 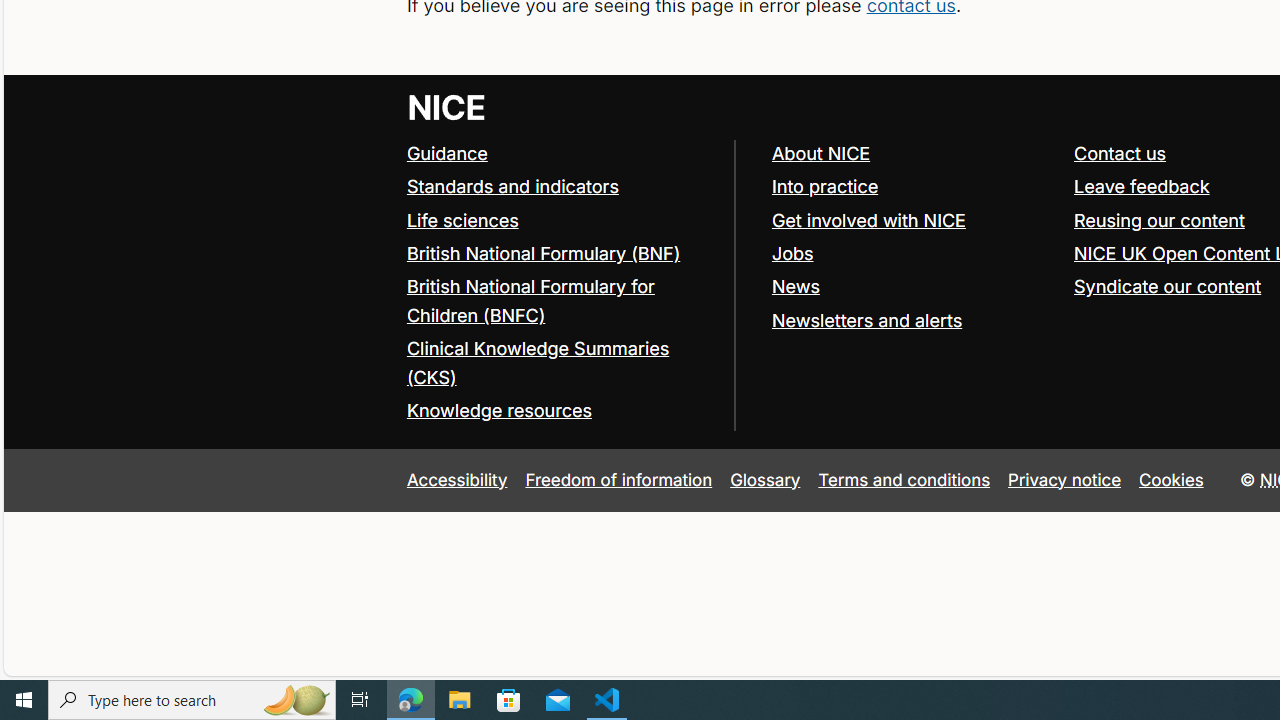 I want to click on 'Get involved with NICE', so click(x=868, y=219).